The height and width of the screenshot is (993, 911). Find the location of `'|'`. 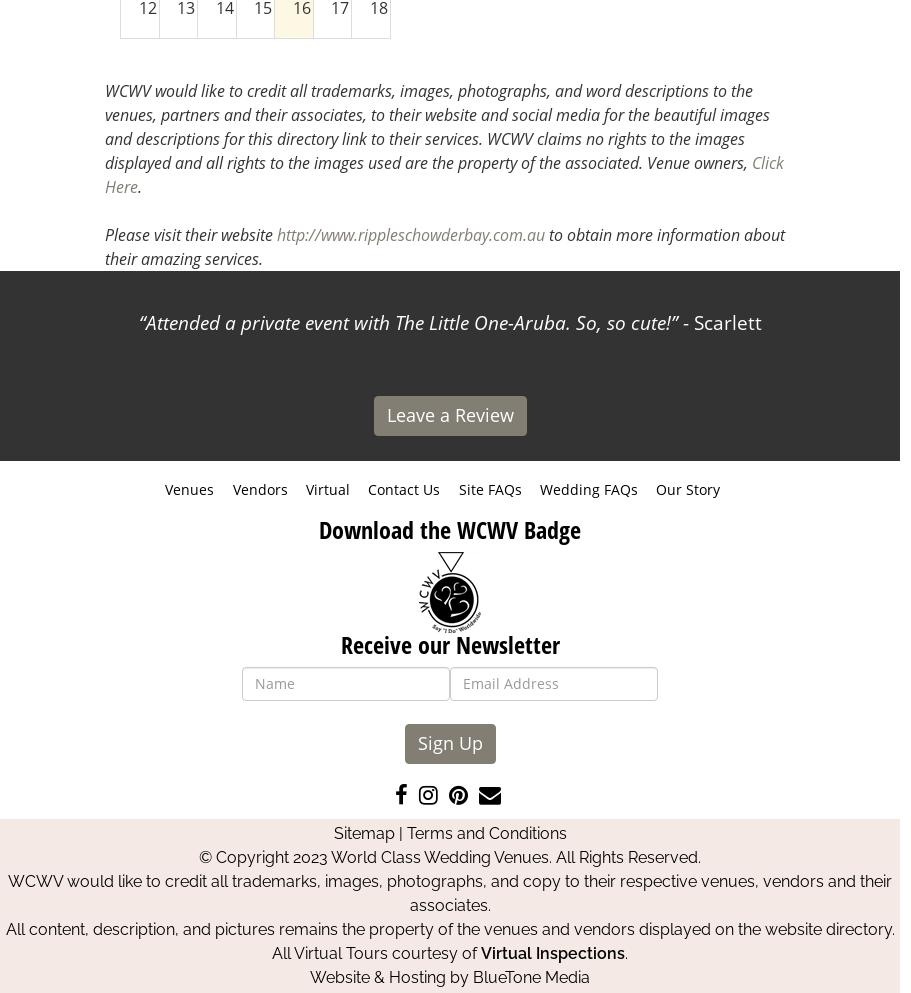

'|' is located at coordinates (399, 832).